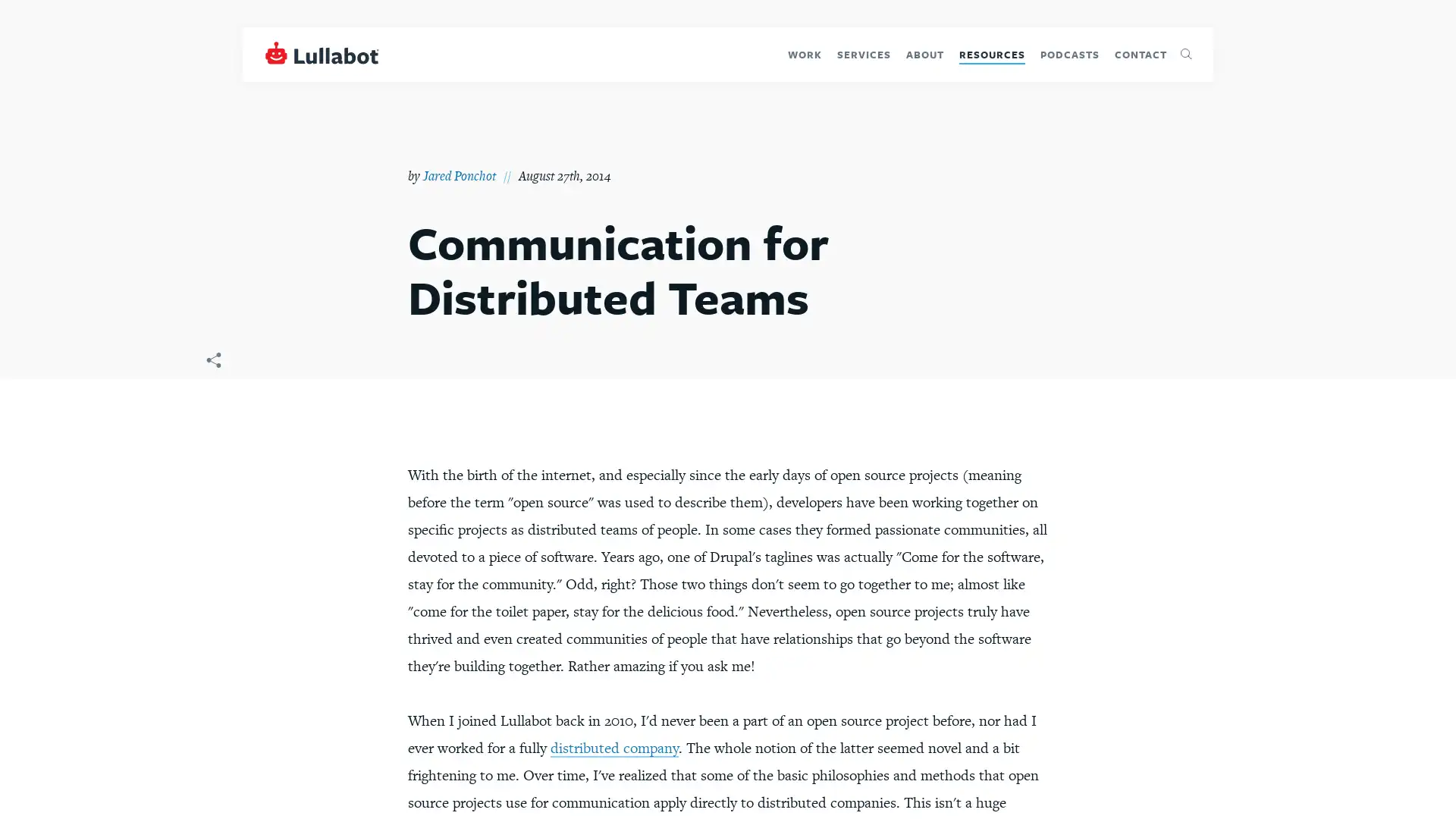 Image resolution: width=1456 pixels, height=819 pixels. I want to click on Share on LinkedIn, so click(201, 450).